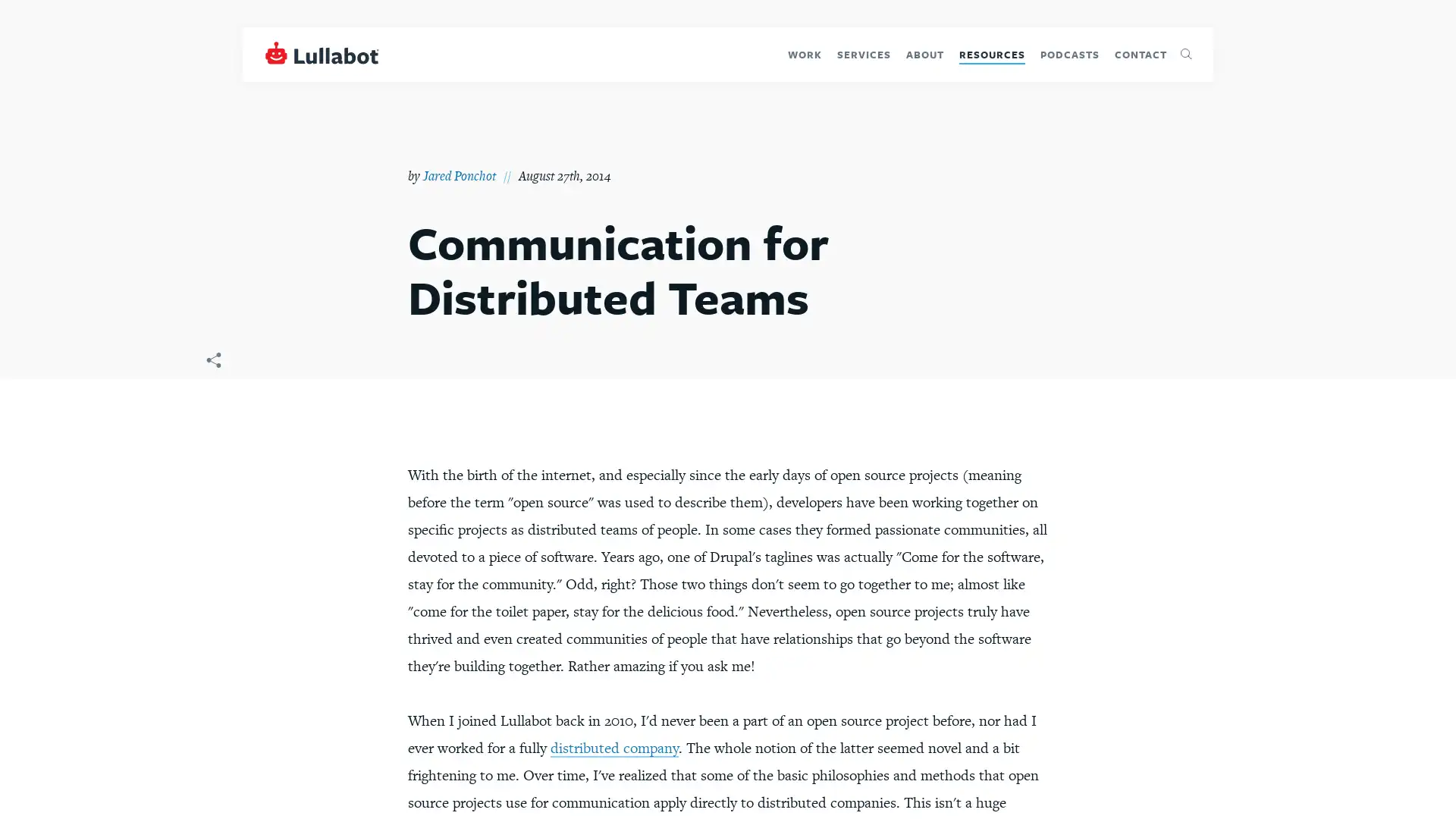 Image resolution: width=1456 pixels, height=819 pixels. I want to click on Share on LinkedIn, so click(201, 450).